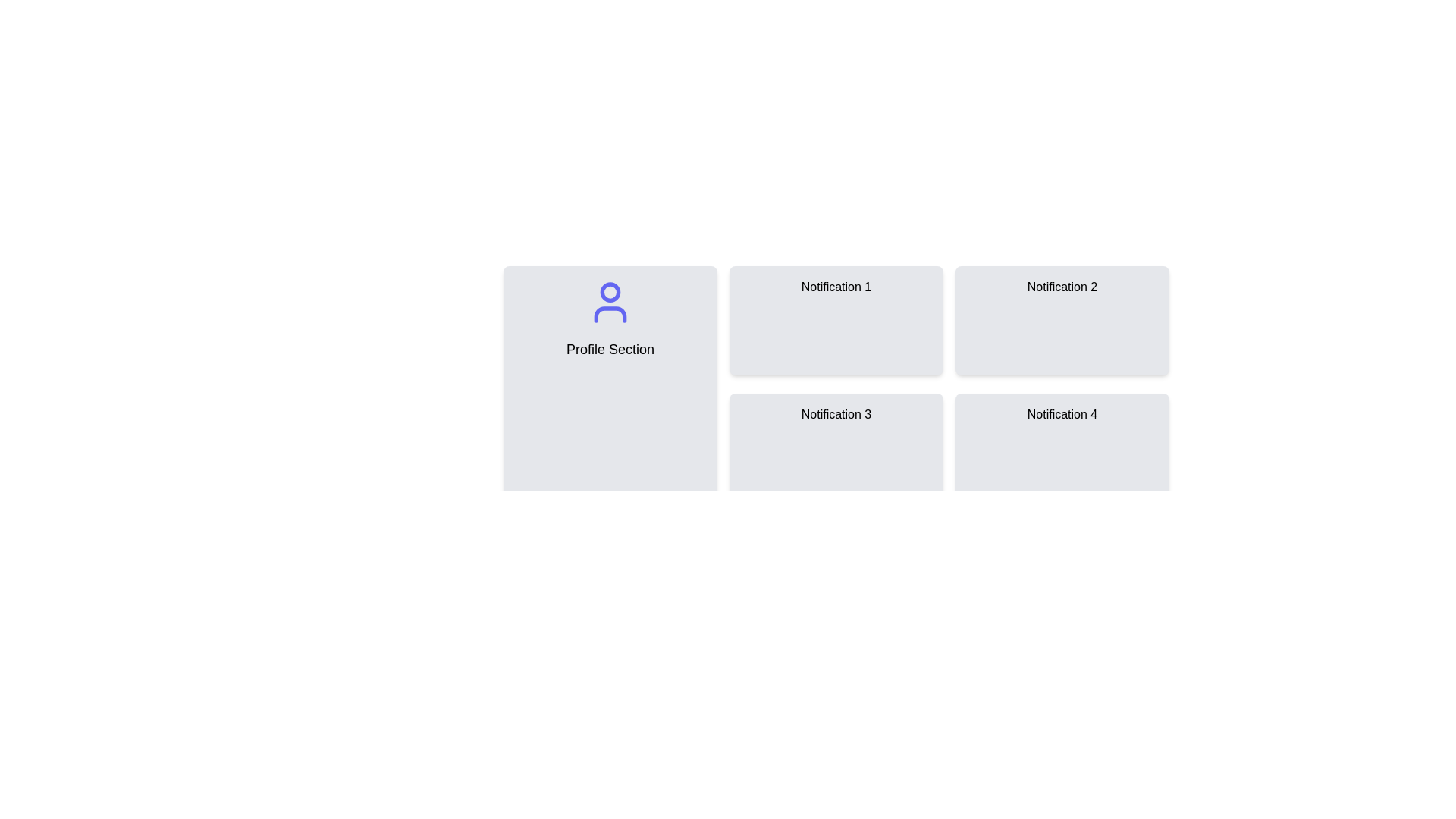 The height and width of the screenshot is (819, 1456). Describe the element at coordinates (610, 302) in the screenshot. I see `the user profile icon located at the top center of the 'Profile Section', which symbolizes access to profile-related functionalities` at that location.